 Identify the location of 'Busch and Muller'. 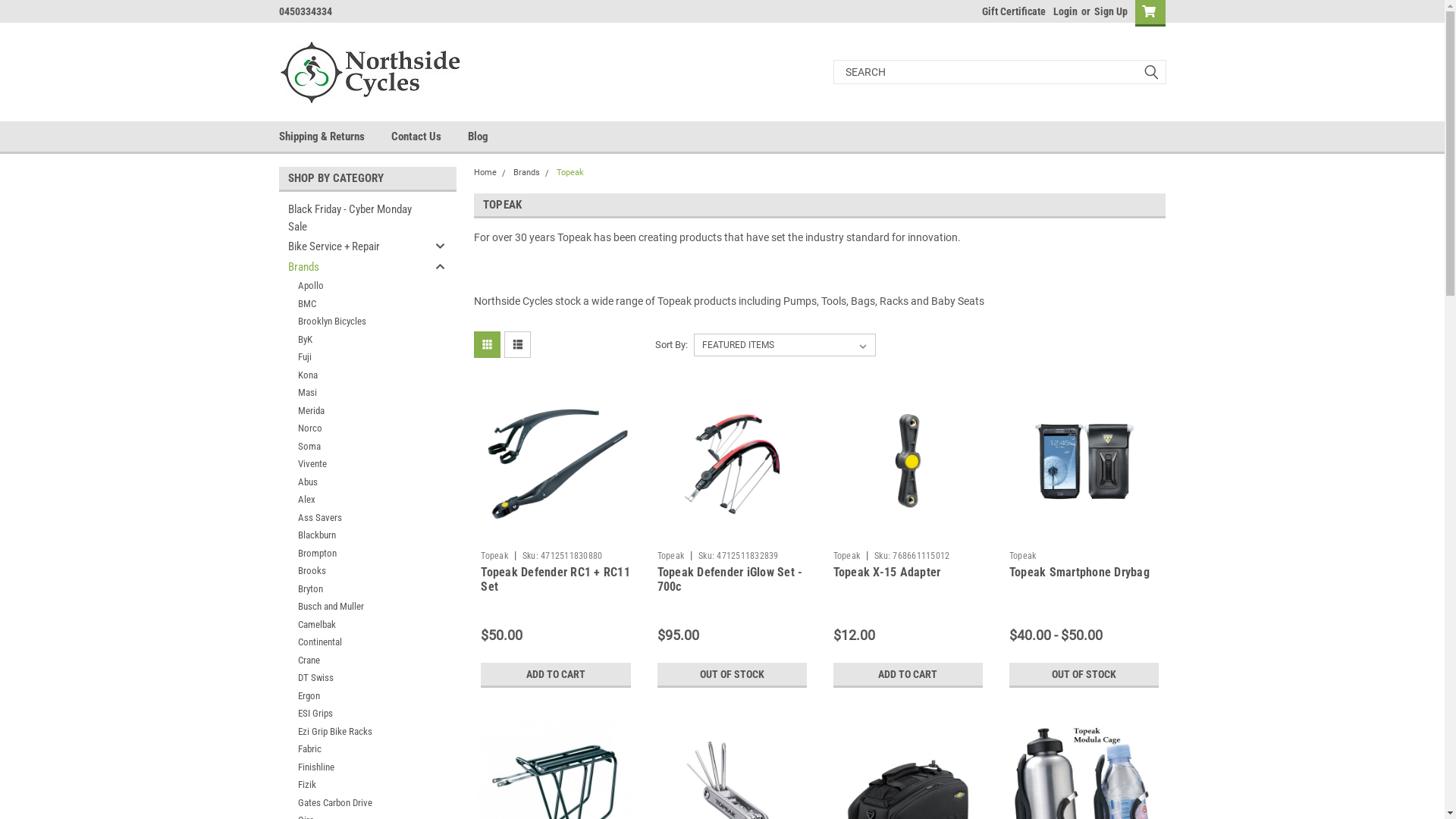
(353, 605).